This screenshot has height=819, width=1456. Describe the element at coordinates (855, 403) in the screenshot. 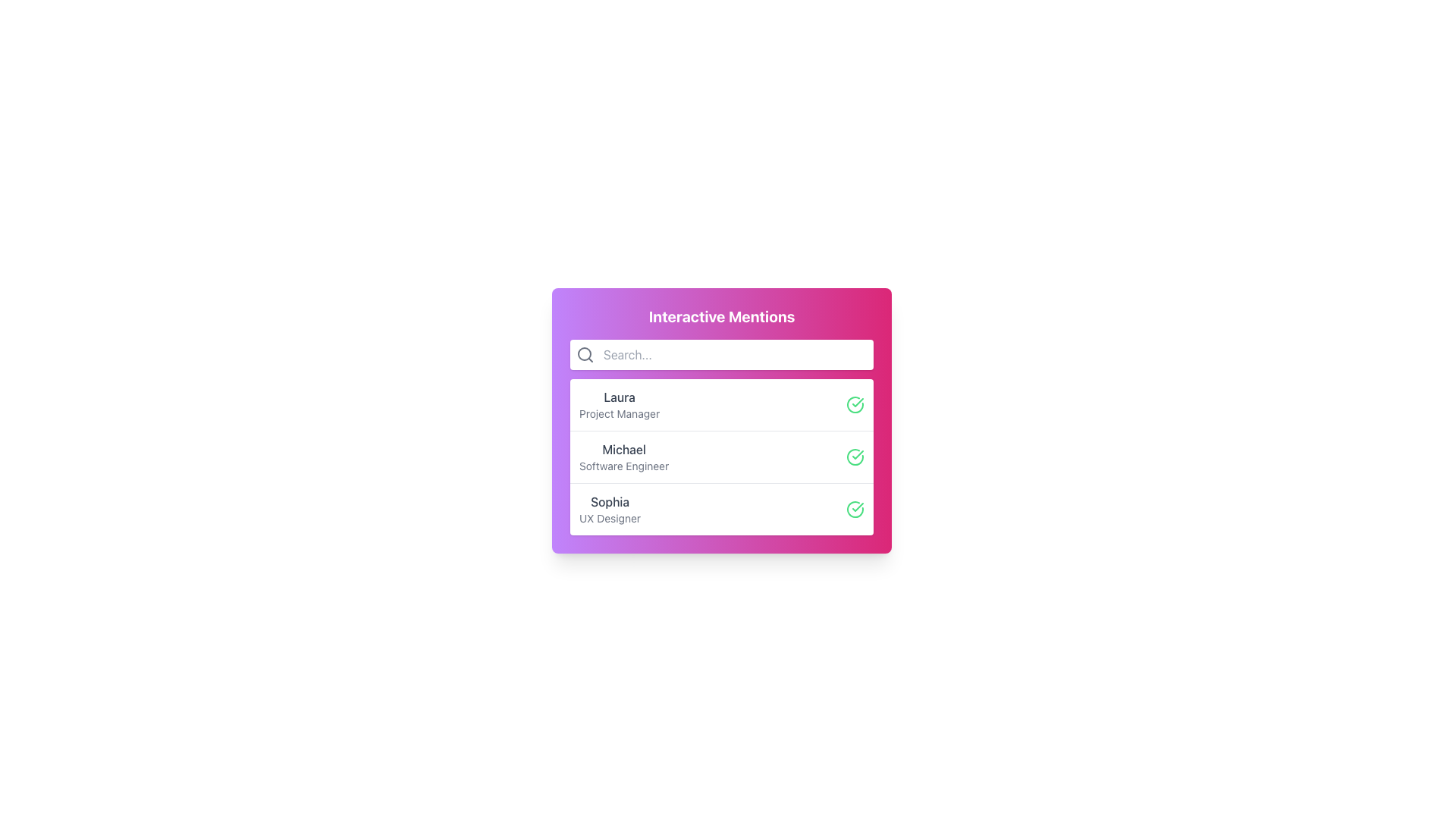

I see `the green circular checkmark icon with a white check symbol` at that location.